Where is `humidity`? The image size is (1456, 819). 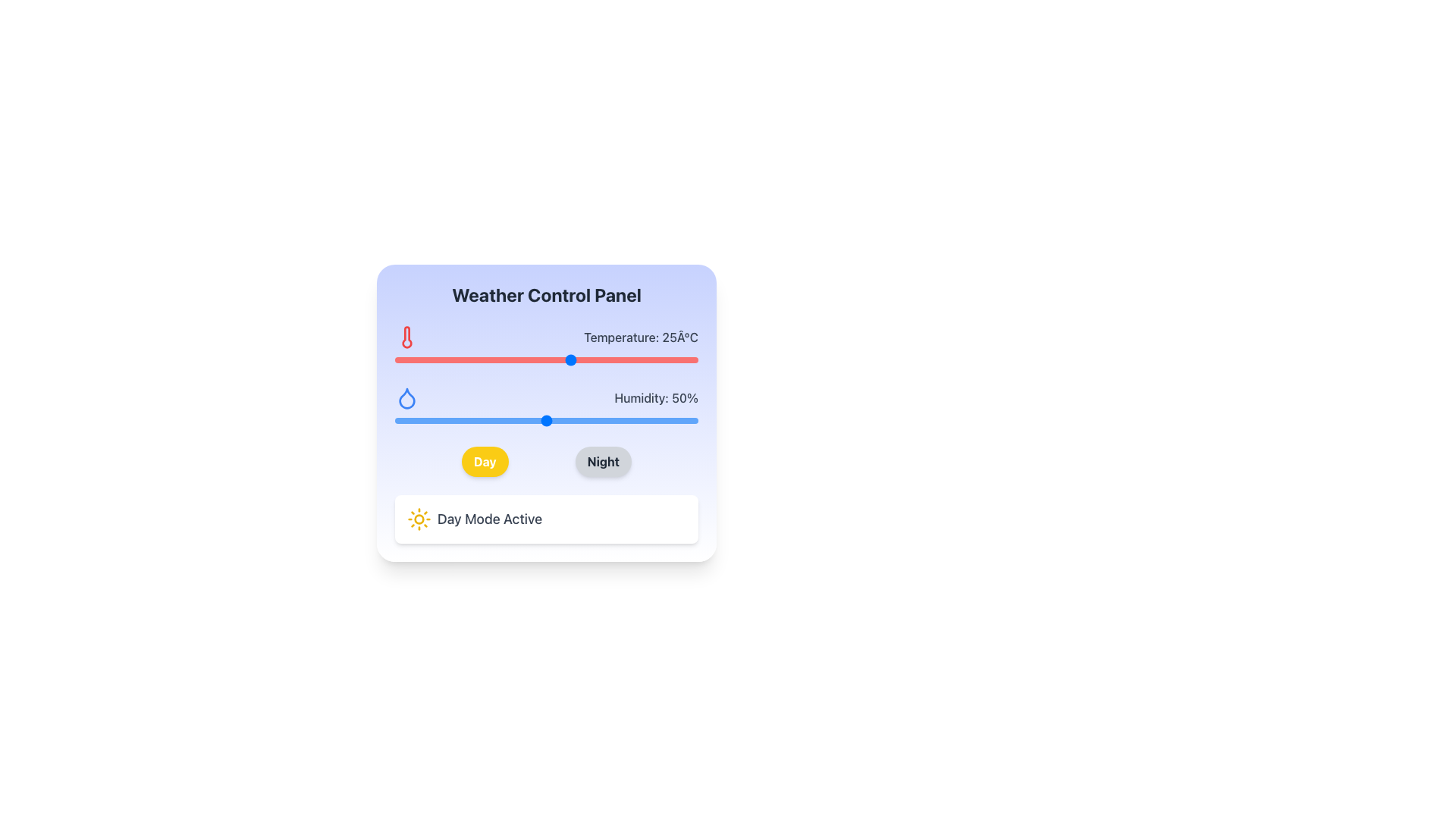 humidity is located at coordinates (449, 421).